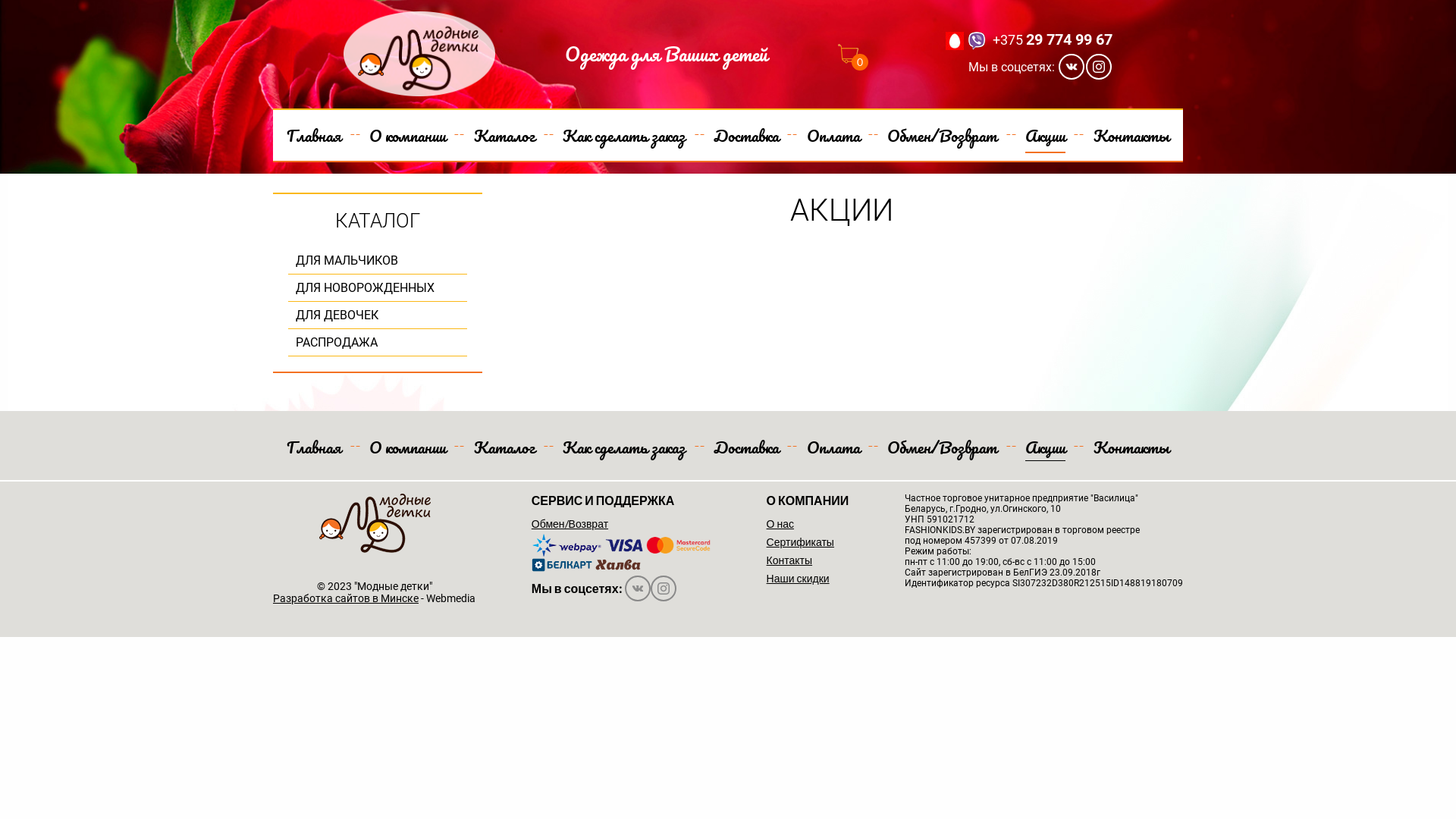 The width and height of the screenshot is (1456, 819). What do you see at coordinates (1051, 39) in the screenshot?
I see `'+375 29 774 99 67'` at bounding box center [1051, 39].